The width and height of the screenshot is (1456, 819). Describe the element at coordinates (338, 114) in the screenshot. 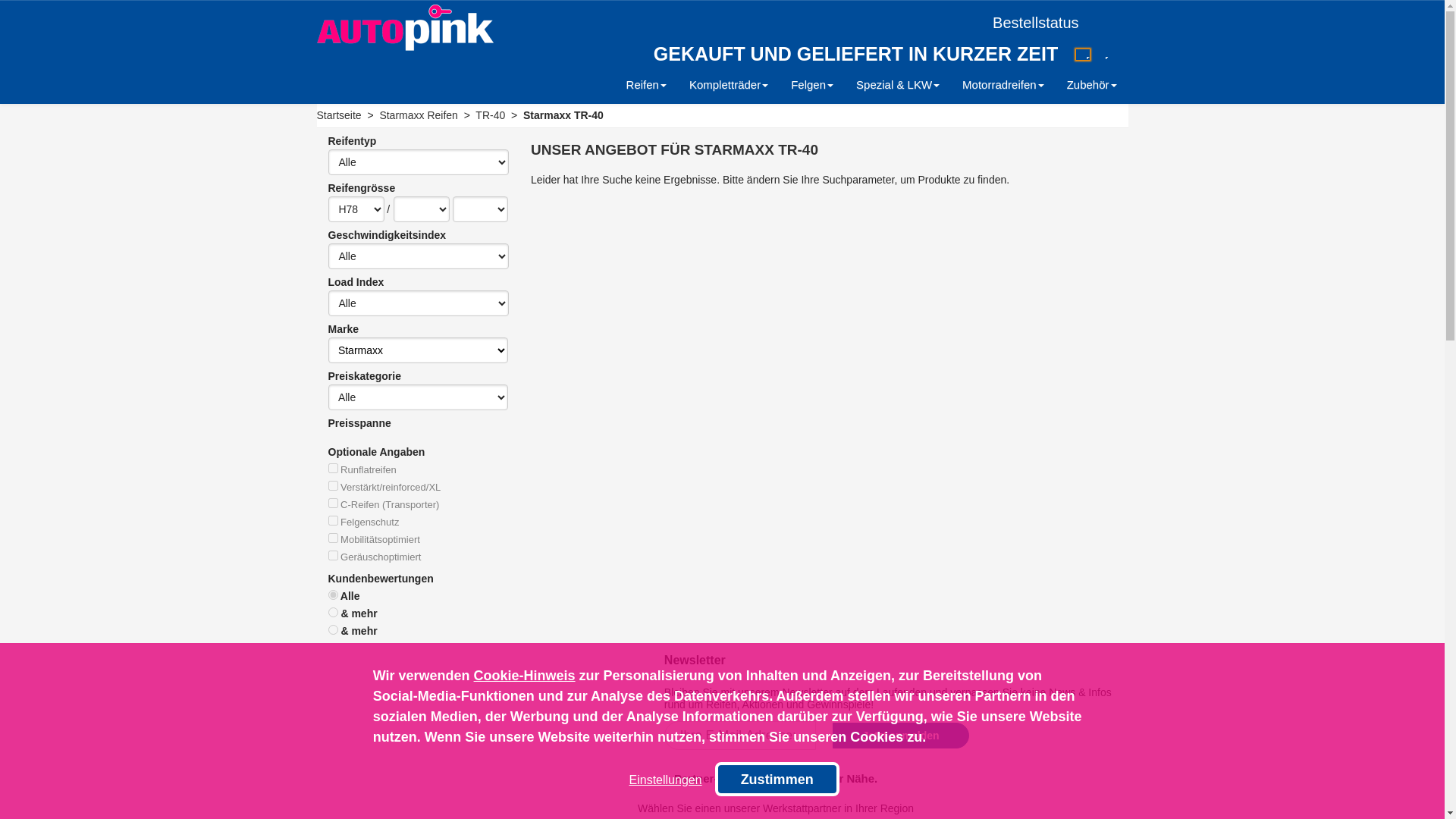

I see `'Startseite'` at that location.